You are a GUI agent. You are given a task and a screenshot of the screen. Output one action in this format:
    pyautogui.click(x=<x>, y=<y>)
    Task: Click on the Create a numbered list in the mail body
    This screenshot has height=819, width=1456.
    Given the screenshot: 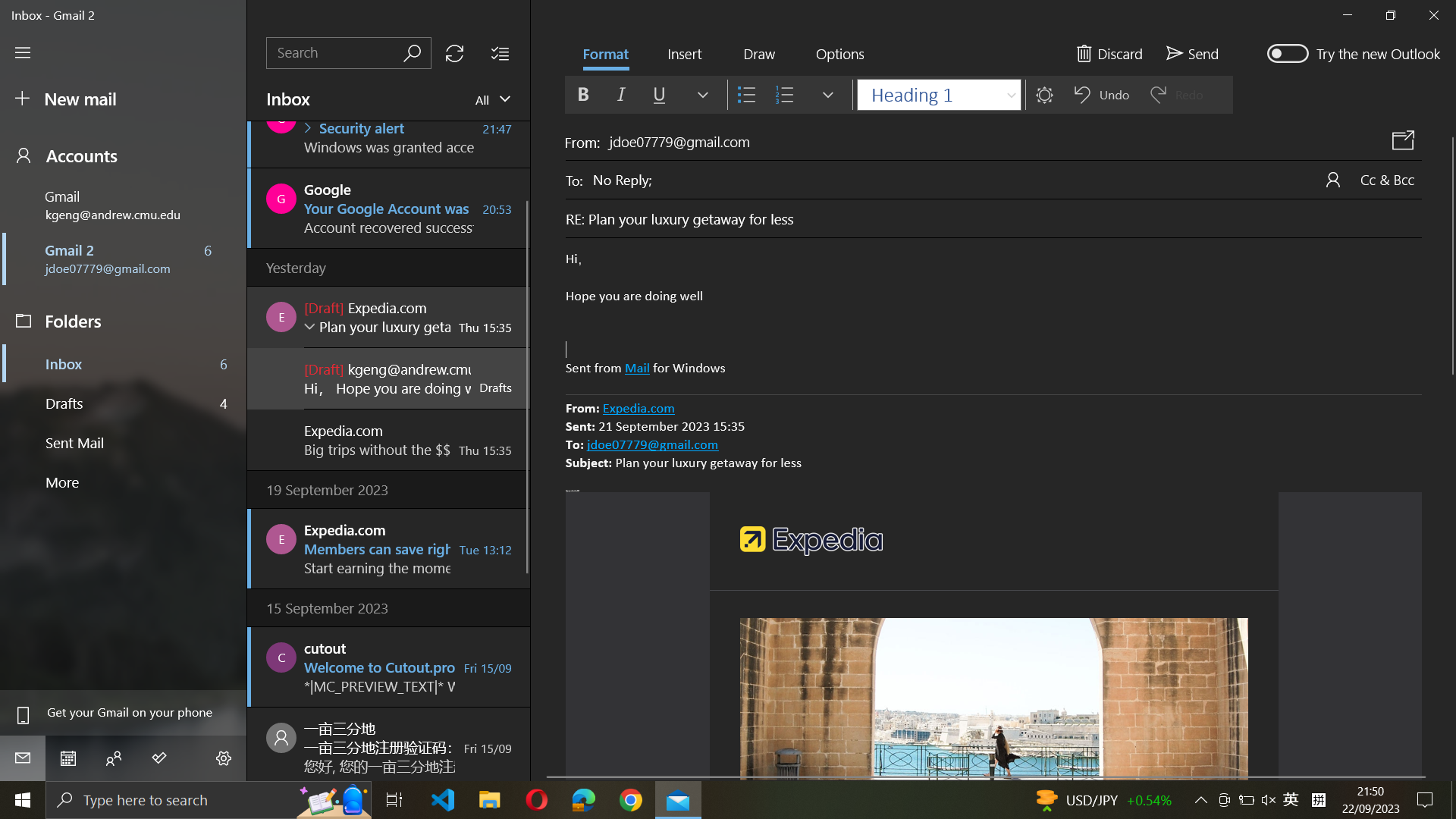 What is the action you would take?
    pyautogui.click(x=993, y=314)
    